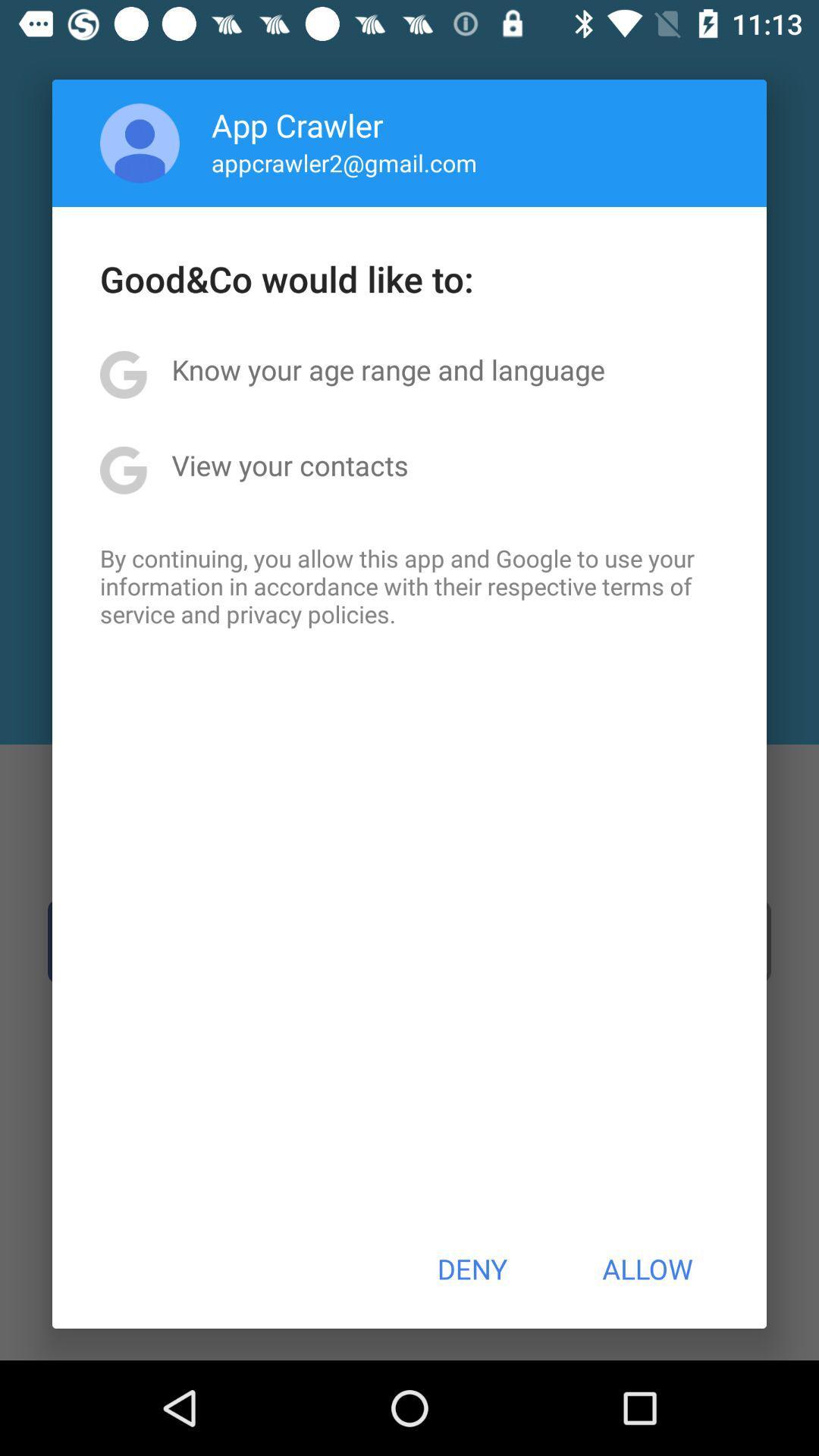 The image size is (819, 1456). Describe the element at coordinates (471, 1269) in the screenshot. I see `the item next to the allow item` at that location.